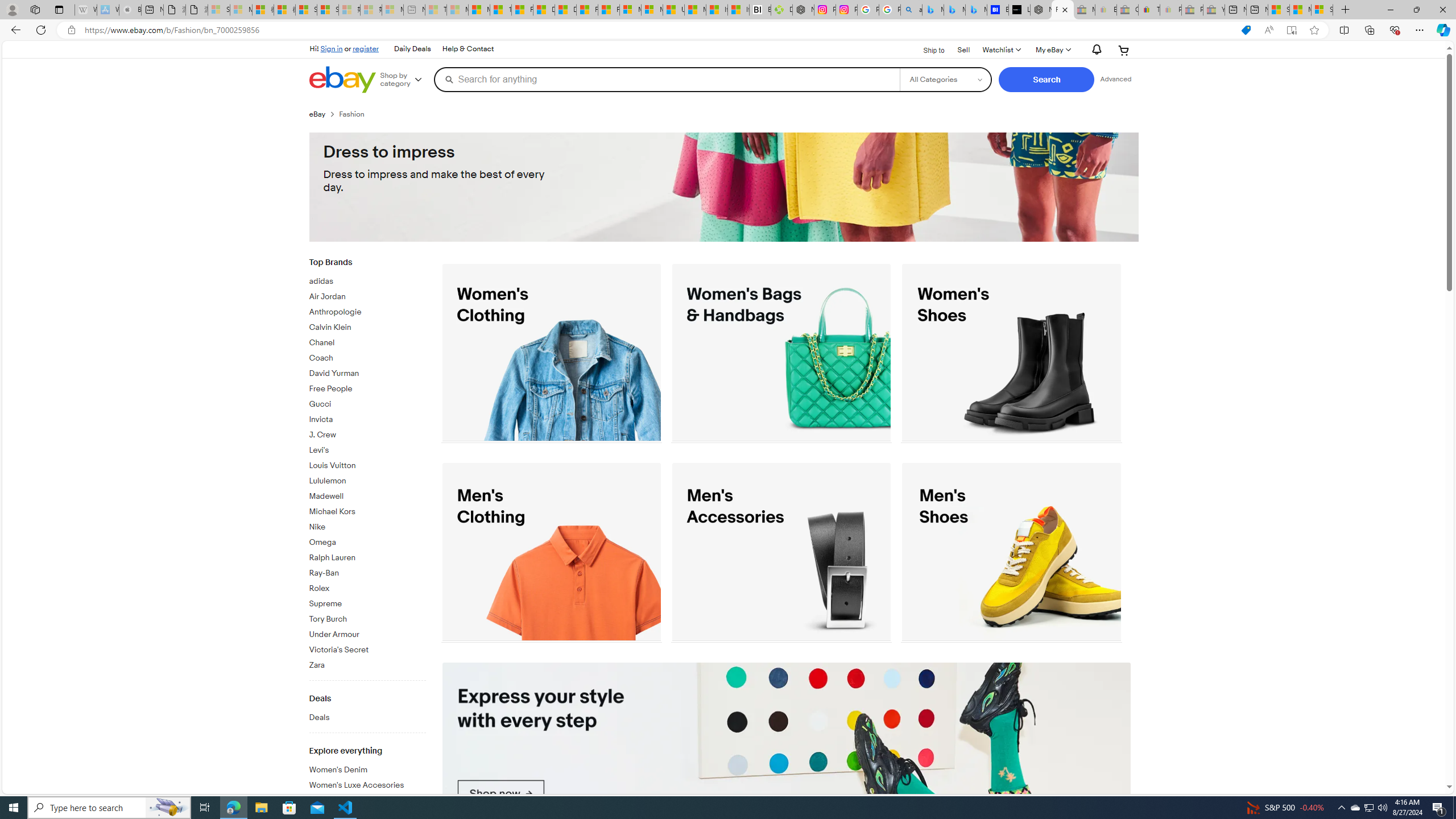  What do you see at coordinates (367, 557) in the screenshot?
I see `'Ralph Lauren'` at bounding box center [367, 557].